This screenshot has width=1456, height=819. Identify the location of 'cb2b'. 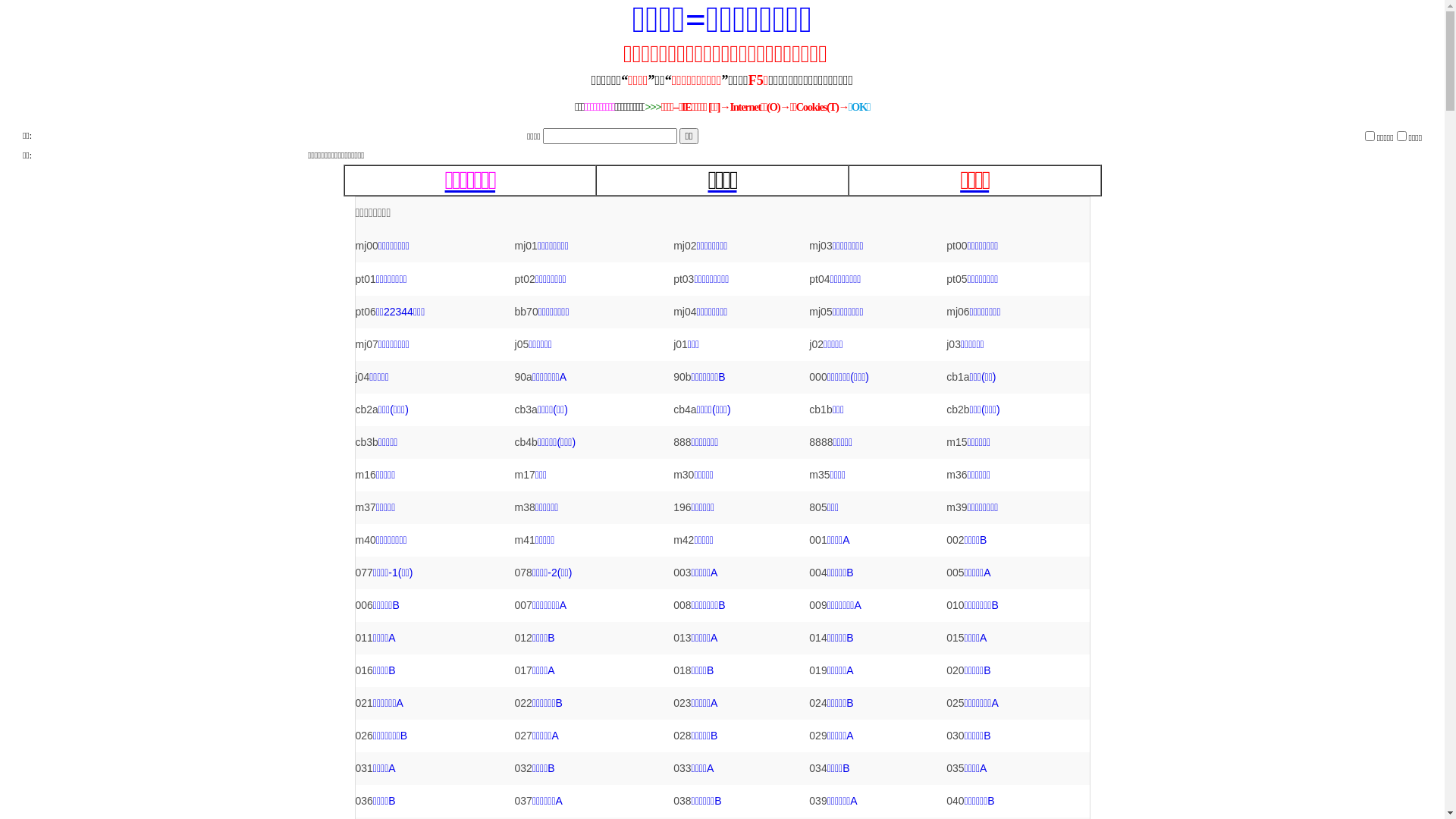
(956, 409).